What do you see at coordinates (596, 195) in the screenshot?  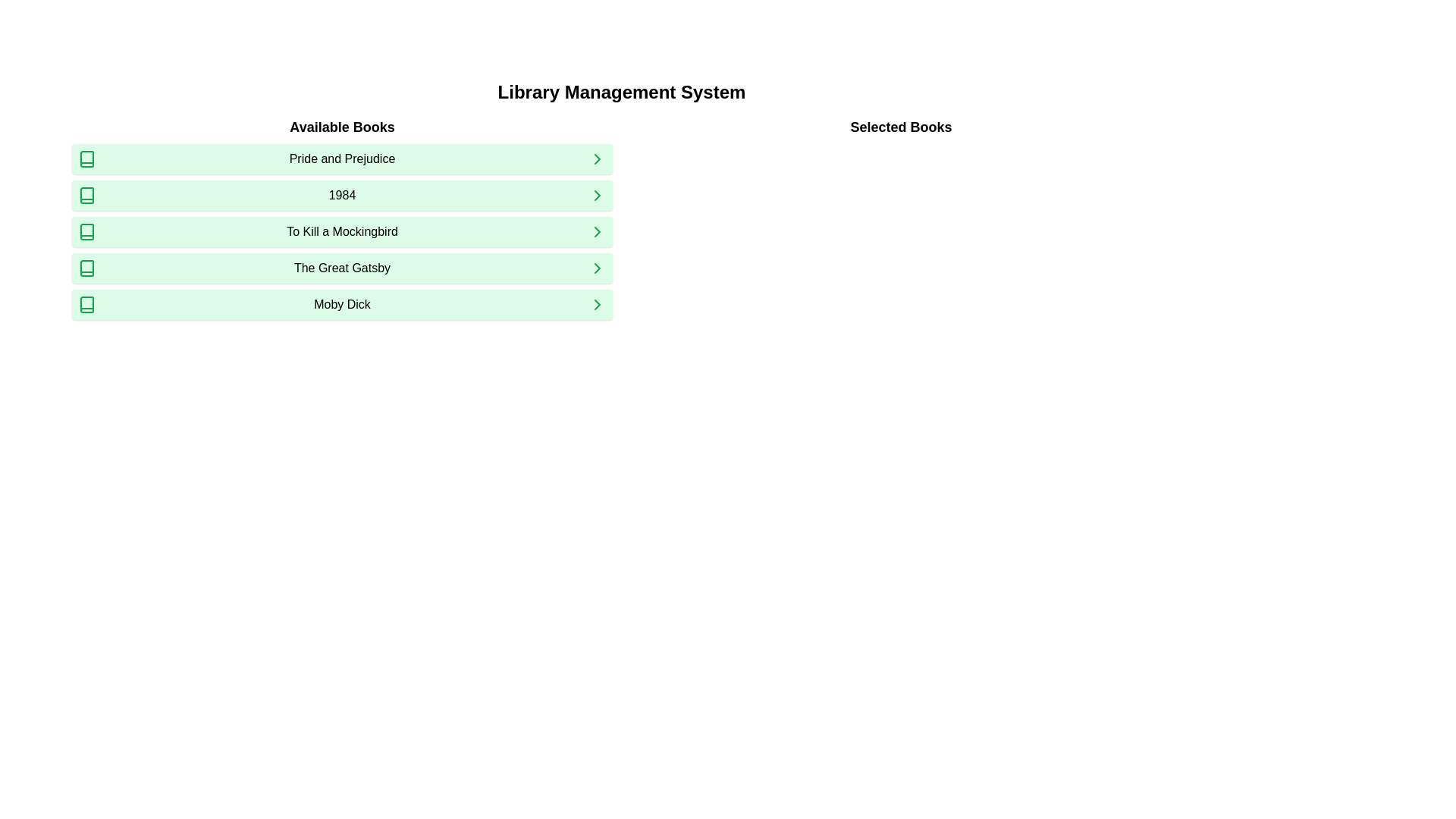 I see `the green Chevron icon located at the far right end of the '1984' list item in the 'Available Books' section` at bounding box center [596, 195].